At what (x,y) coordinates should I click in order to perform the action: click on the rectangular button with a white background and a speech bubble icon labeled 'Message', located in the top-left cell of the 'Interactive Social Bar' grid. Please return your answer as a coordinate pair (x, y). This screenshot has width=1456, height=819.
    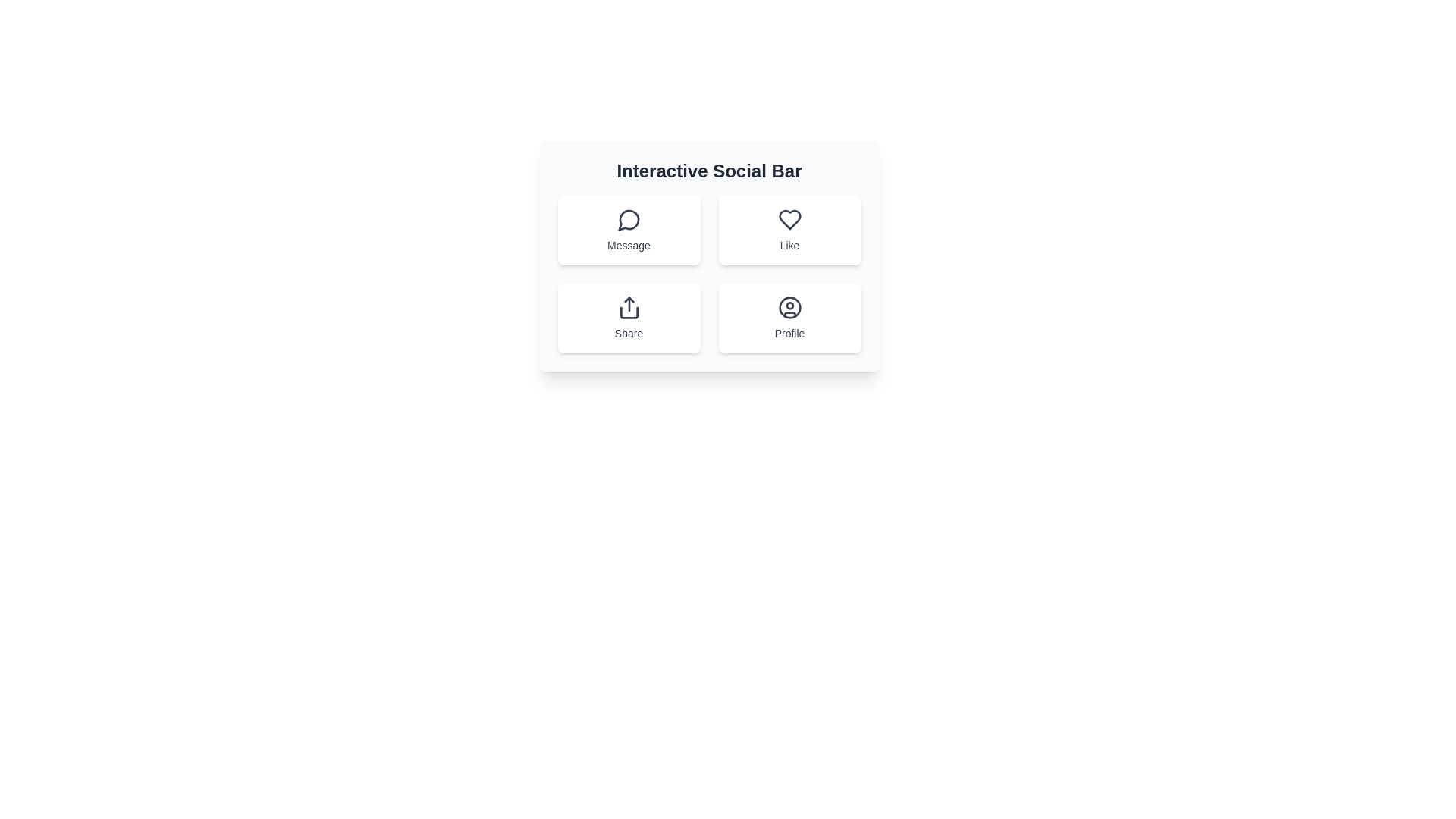
    Looking at the image, I should click on (629, 231).